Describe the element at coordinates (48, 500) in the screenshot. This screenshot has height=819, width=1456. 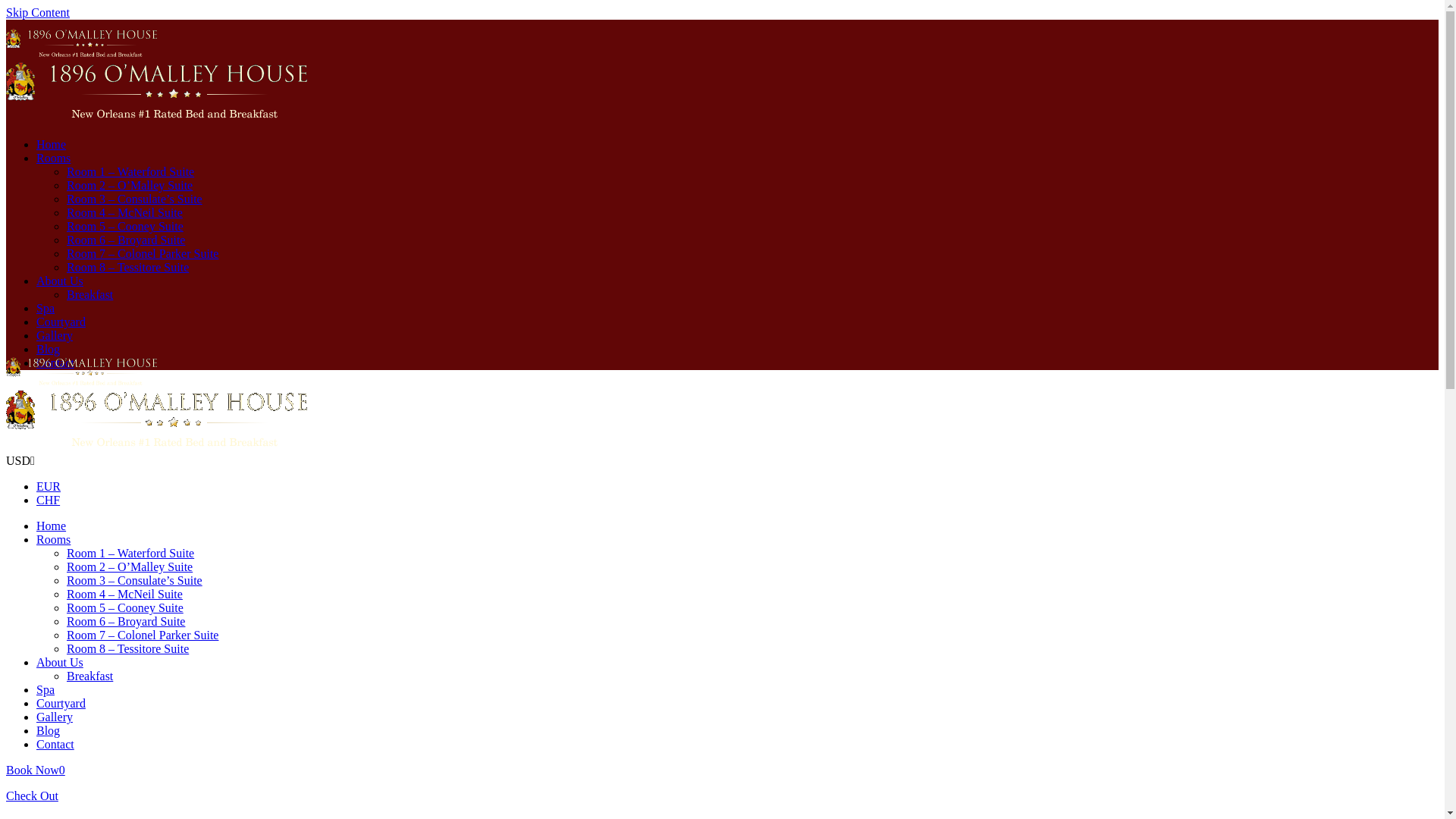
I see `'CHF'` at that location.